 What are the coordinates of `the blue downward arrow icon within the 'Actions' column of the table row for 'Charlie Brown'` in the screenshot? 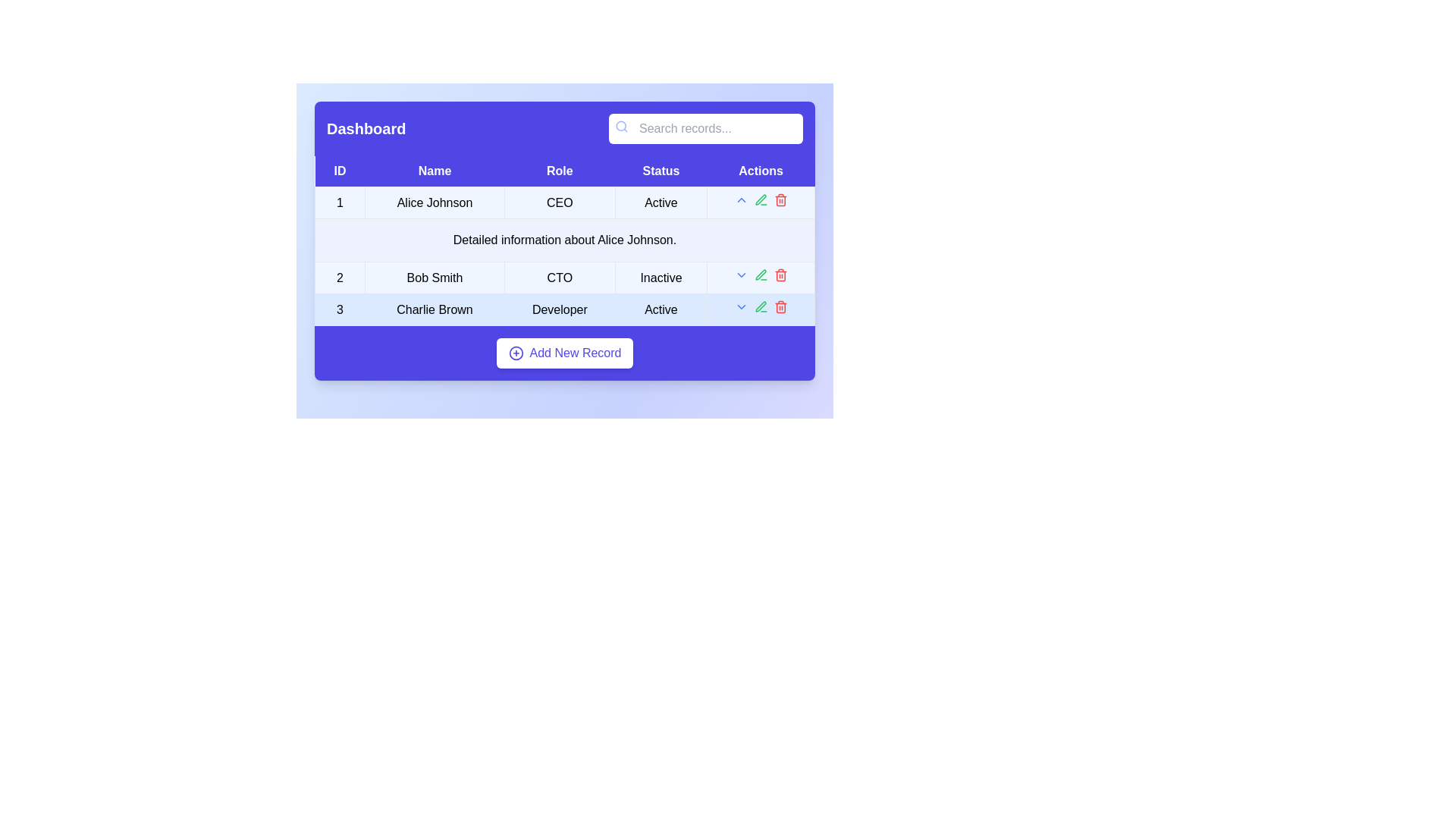 It's located at (761, 309).